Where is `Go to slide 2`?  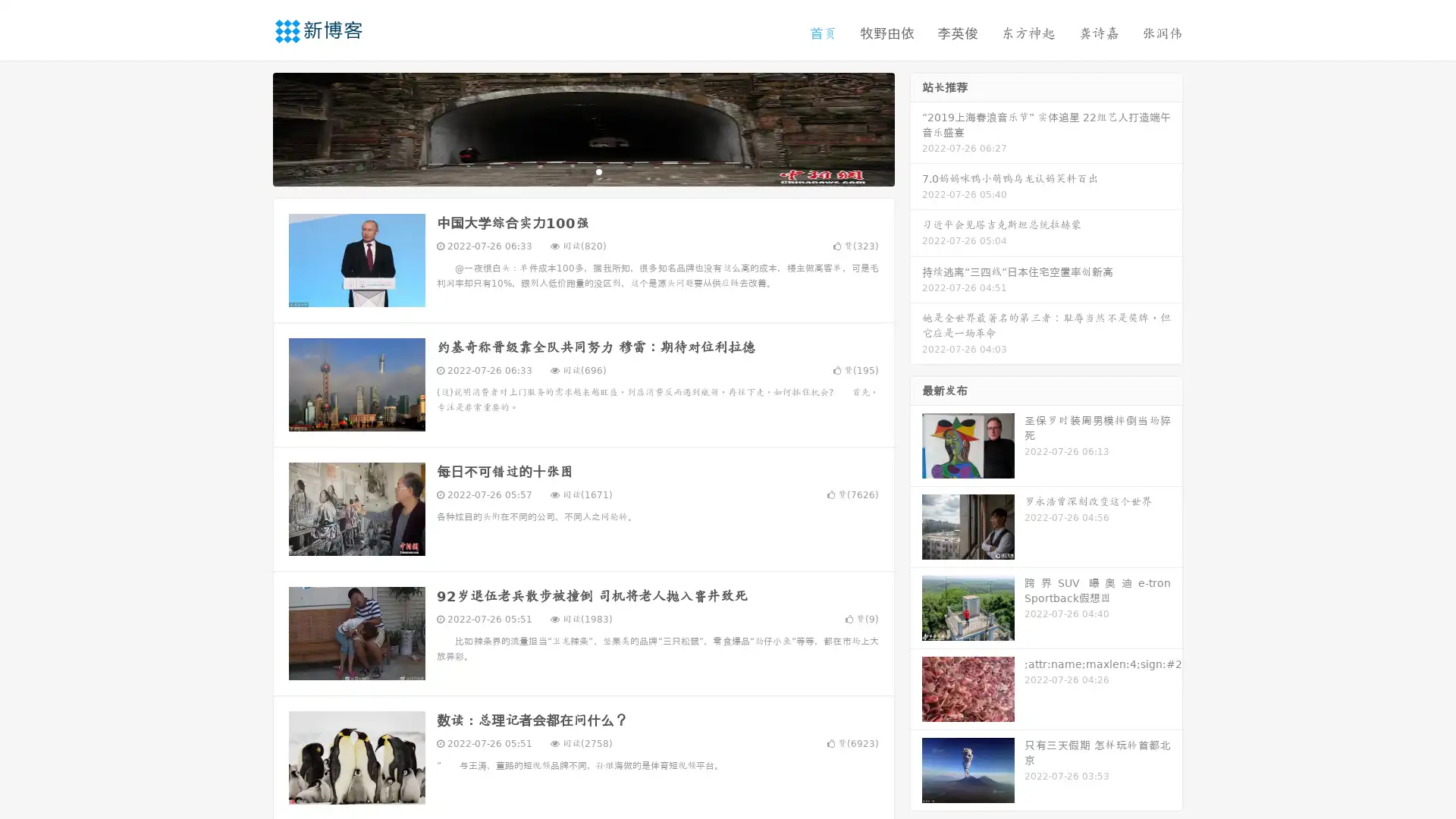
Go to slide 2 is located at coordinates (582, 171).